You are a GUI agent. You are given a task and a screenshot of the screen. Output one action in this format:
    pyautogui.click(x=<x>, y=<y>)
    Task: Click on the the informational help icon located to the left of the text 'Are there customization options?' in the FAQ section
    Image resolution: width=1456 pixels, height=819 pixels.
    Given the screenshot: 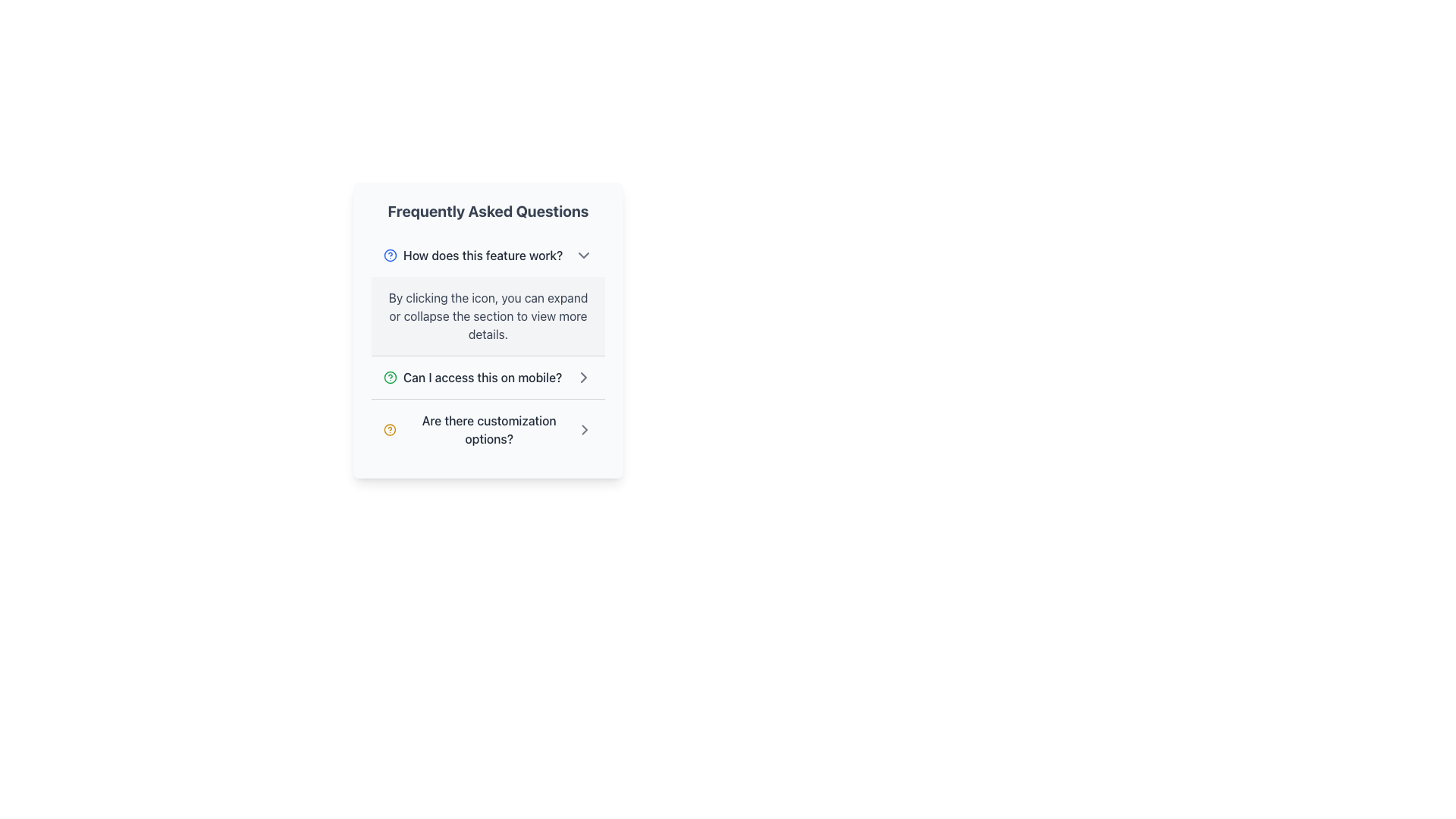 What is the action you would take?
    pyautogui.click(x=390, y=430)
    